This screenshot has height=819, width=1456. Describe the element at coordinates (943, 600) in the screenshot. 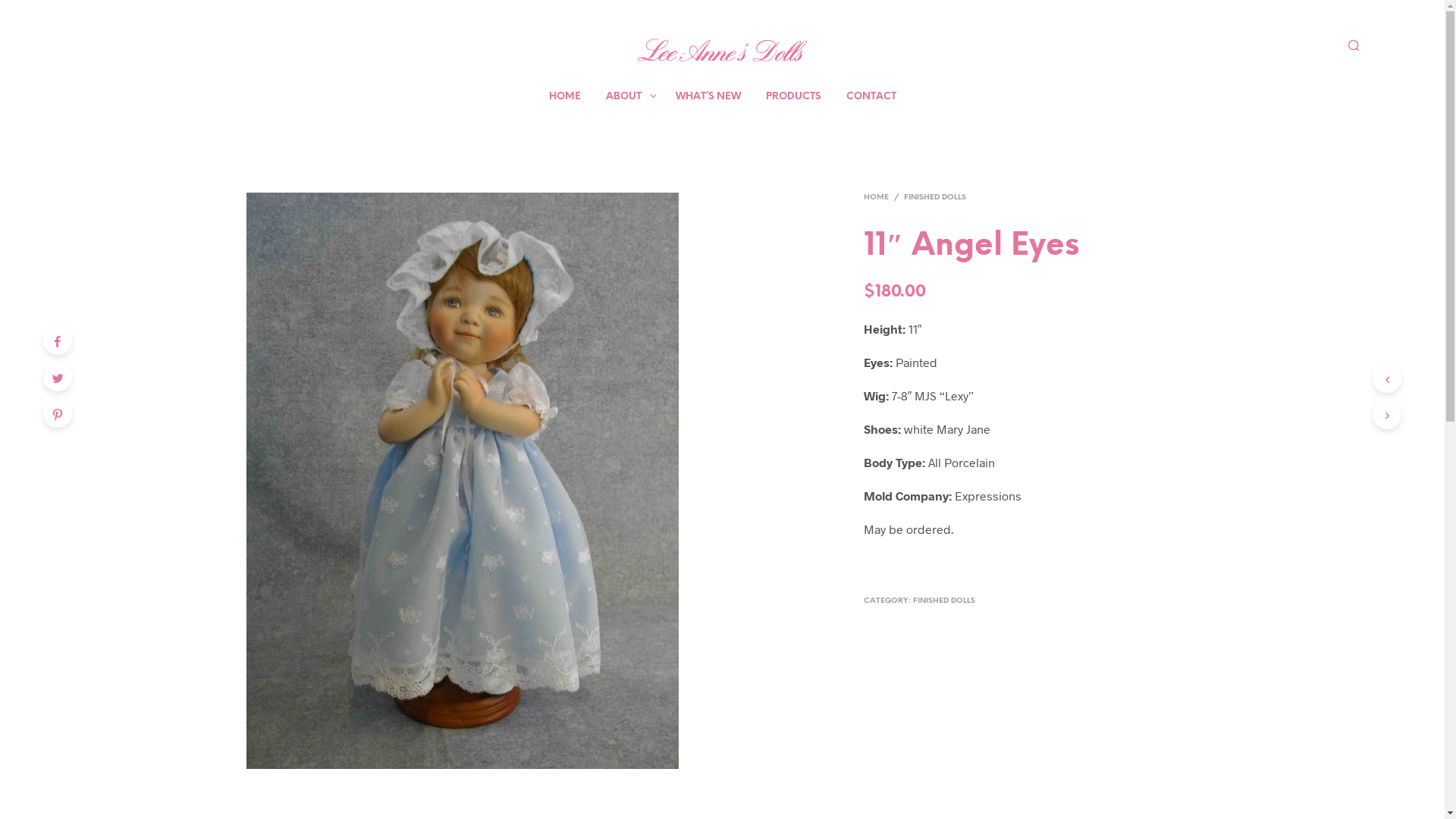

I see `'FINISHED DOLLS'` at that location.